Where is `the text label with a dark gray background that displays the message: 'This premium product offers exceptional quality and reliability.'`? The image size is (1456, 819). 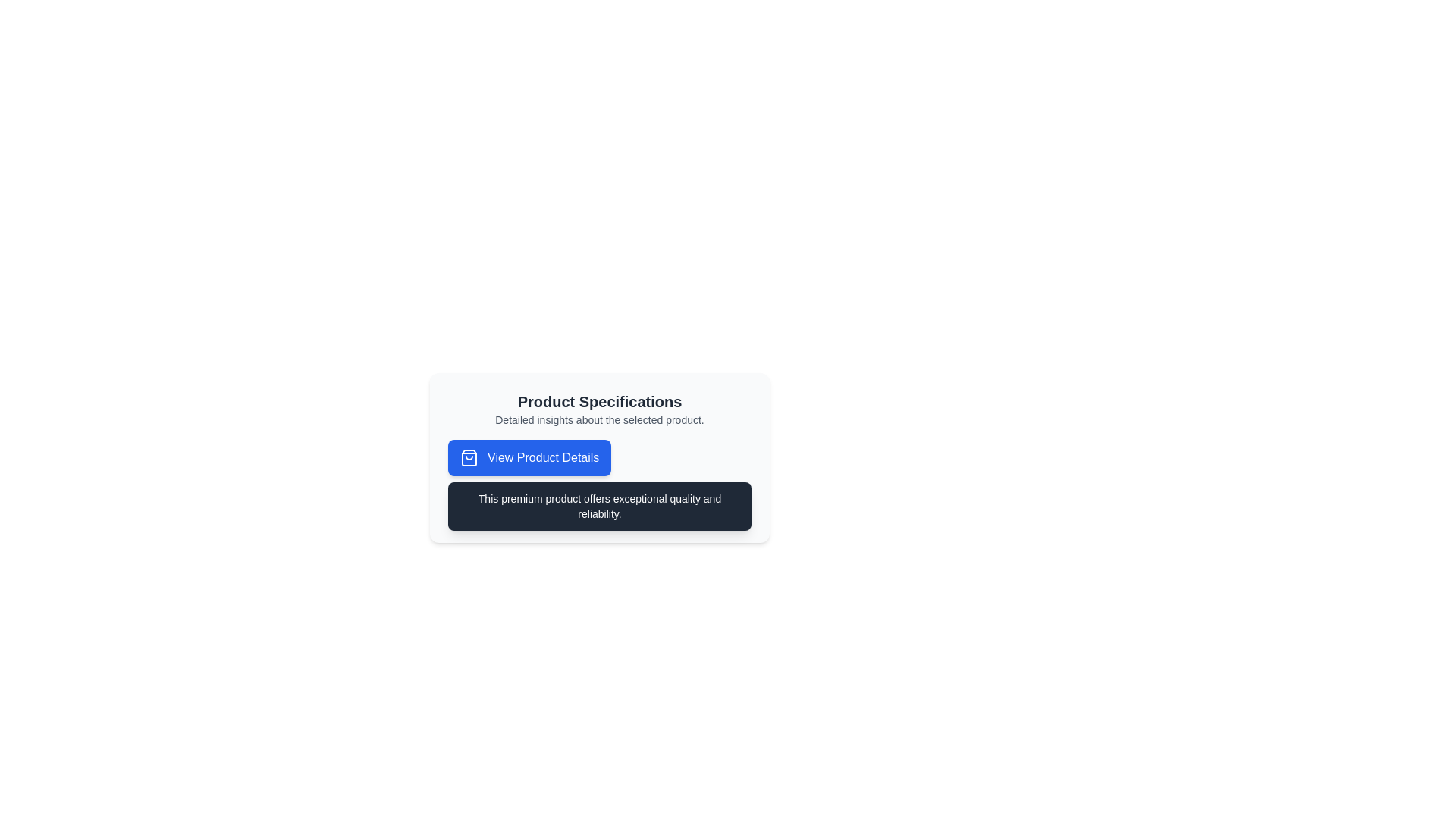
the text label with a dark gray background that displays the message: 'This premium product offers exceptional quality and reliability.' is located at coordinates (599, 506).